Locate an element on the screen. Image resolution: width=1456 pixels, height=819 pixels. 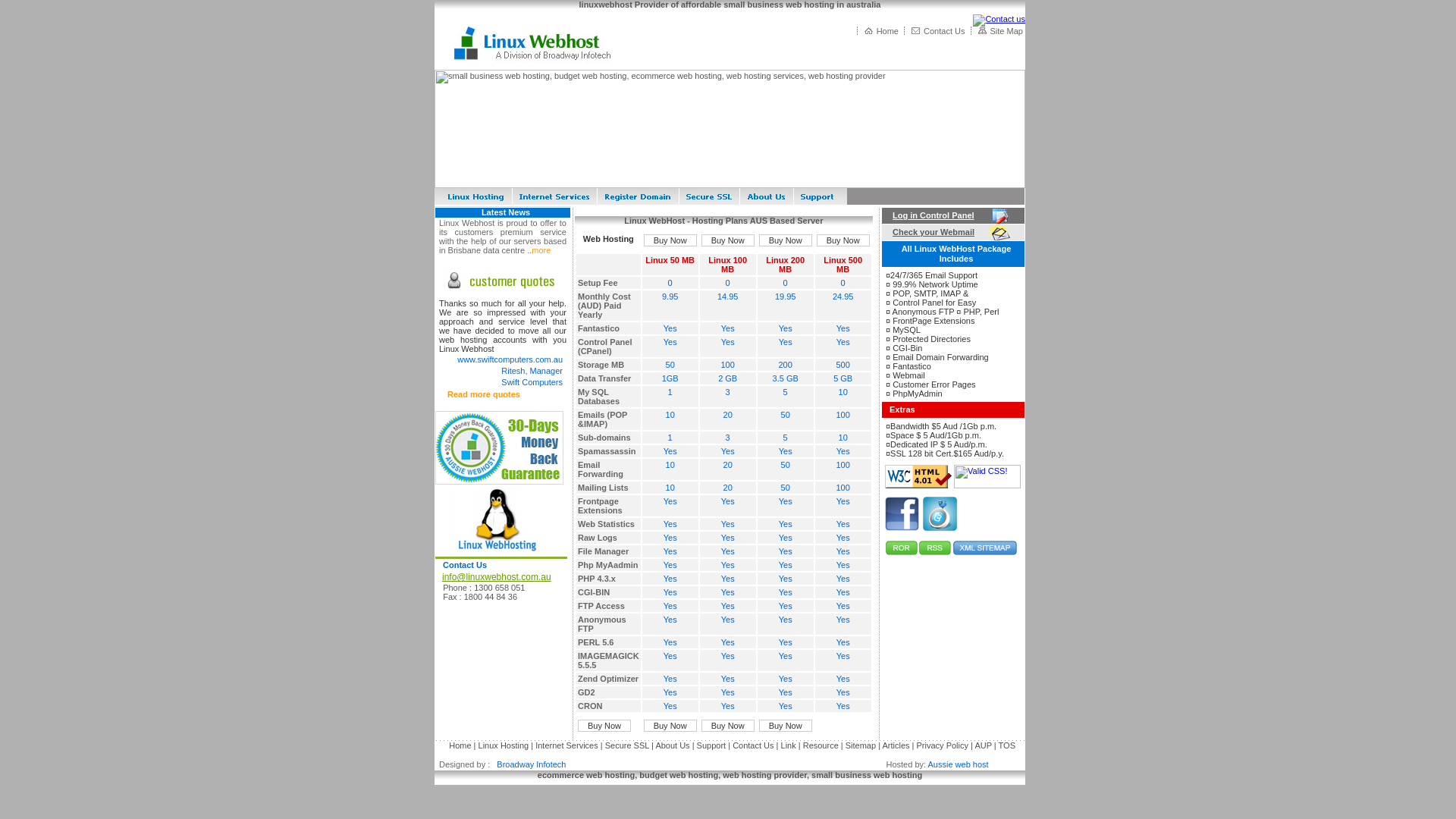
'more' is located at coordinates (541, 249).